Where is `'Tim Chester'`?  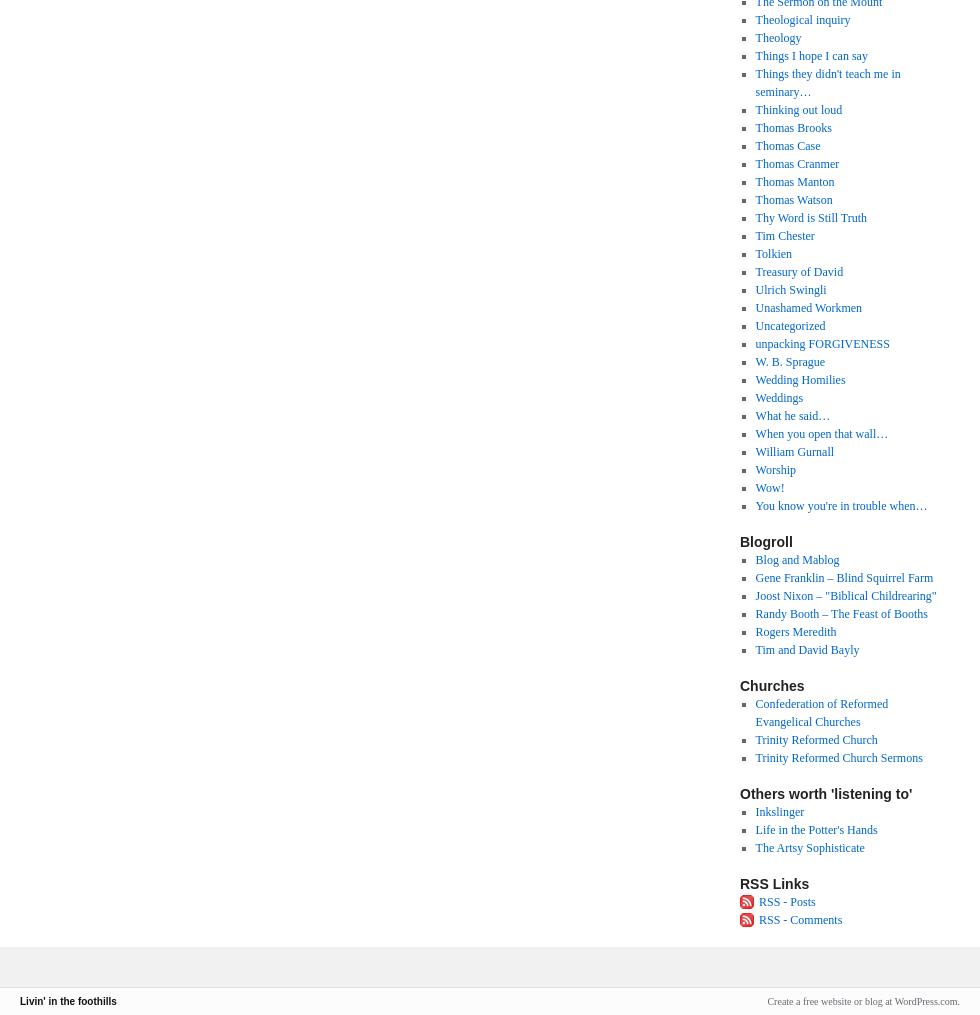 'Tim Chester' is located at coordinates (784, 235).